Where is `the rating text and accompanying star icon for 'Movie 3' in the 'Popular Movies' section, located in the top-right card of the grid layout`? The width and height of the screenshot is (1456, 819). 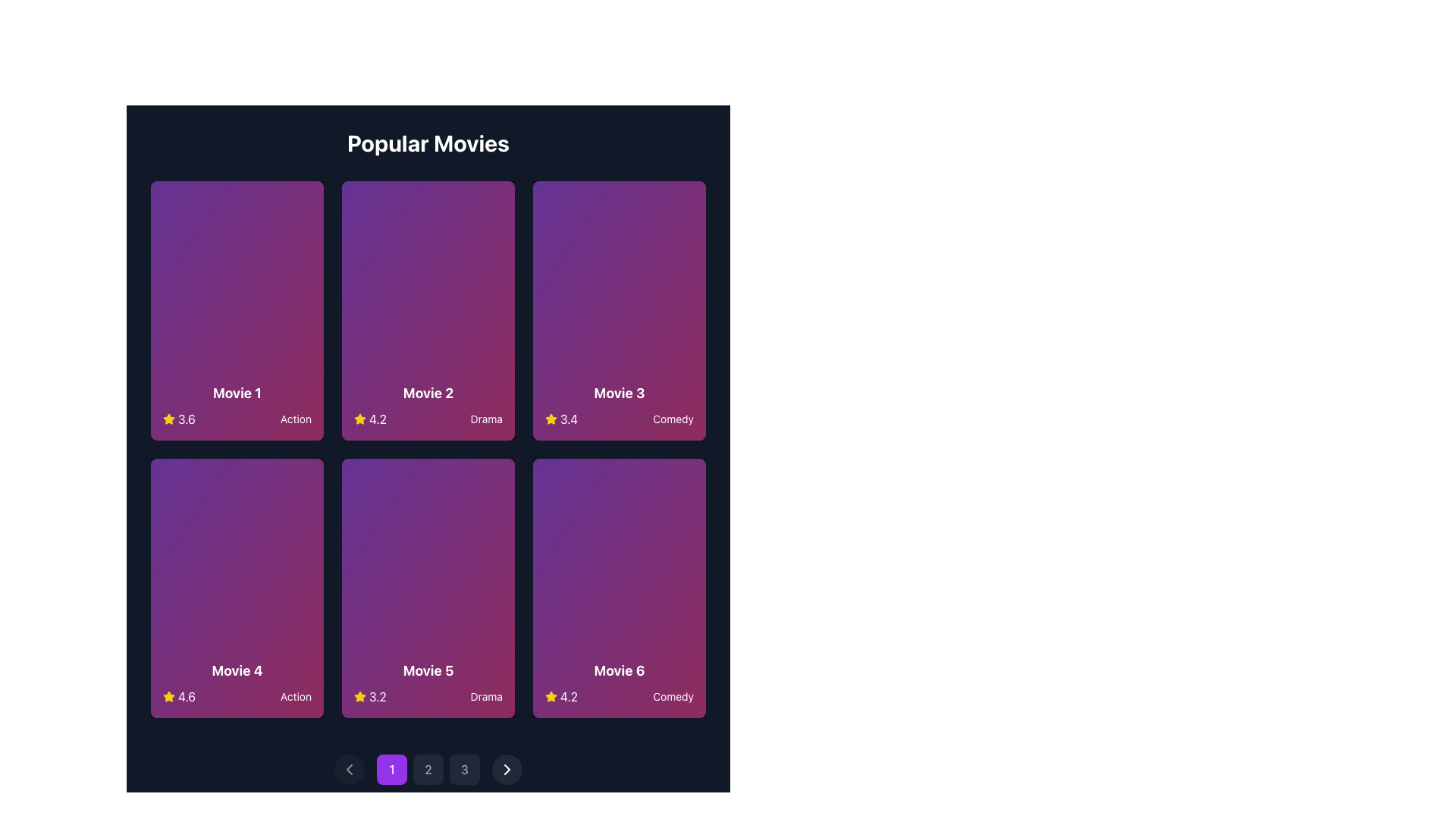
the rating text and accompanying star icon for 'Movie 3' in the 'Popular Movies' section, located in the top-right card of the grid layout is located at coordinates (560, 419).